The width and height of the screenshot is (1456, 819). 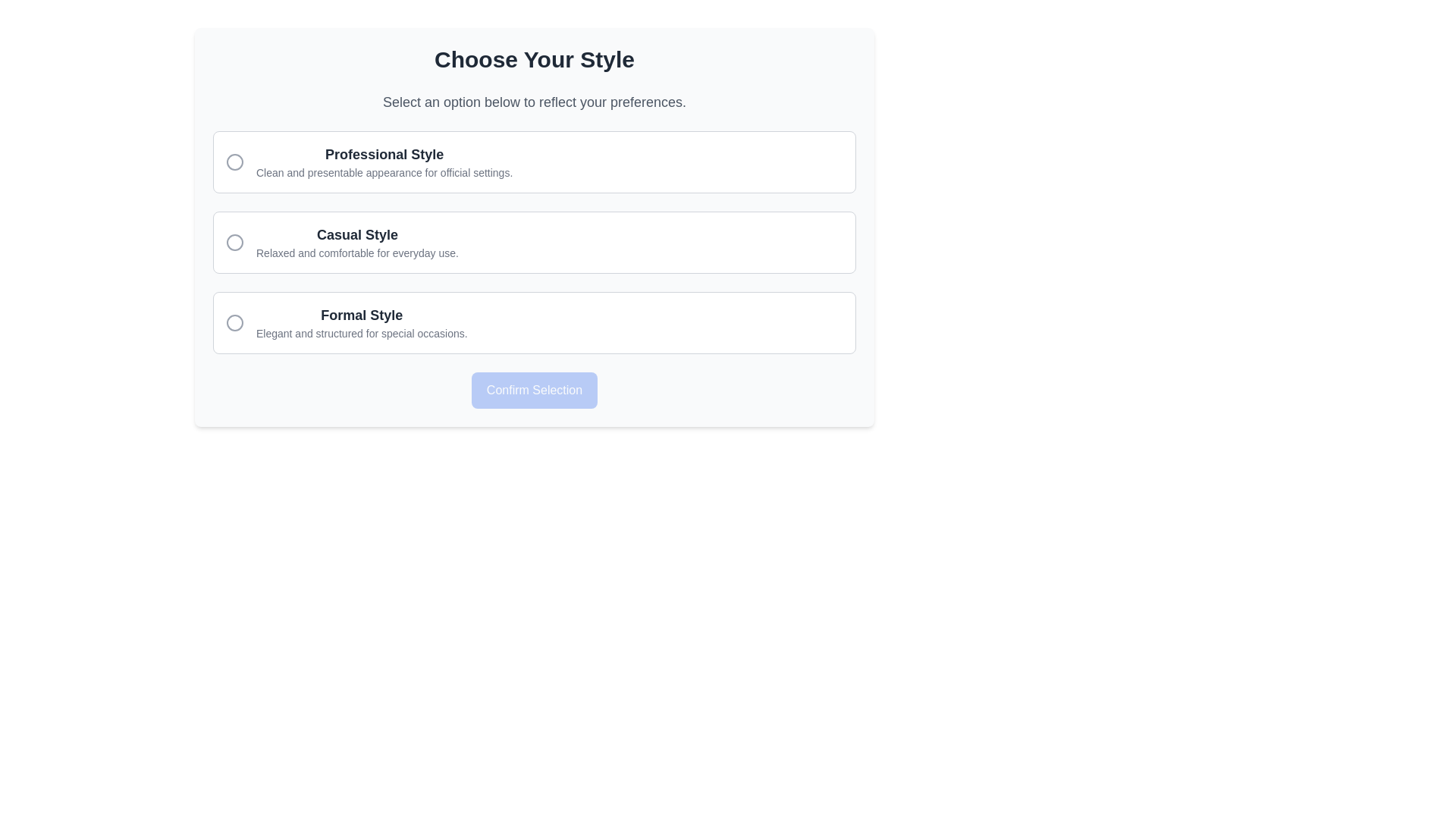 What do you see at coordinates (361, 322) in the screenshot?
I see `the Text Display element that shows 'Formal Style' and provides a description of 'Elegant and structured for special occasions.' This element is located below 'Casual Style' and above the 'Confirm Selection' button` at bounding box center [361, 322].